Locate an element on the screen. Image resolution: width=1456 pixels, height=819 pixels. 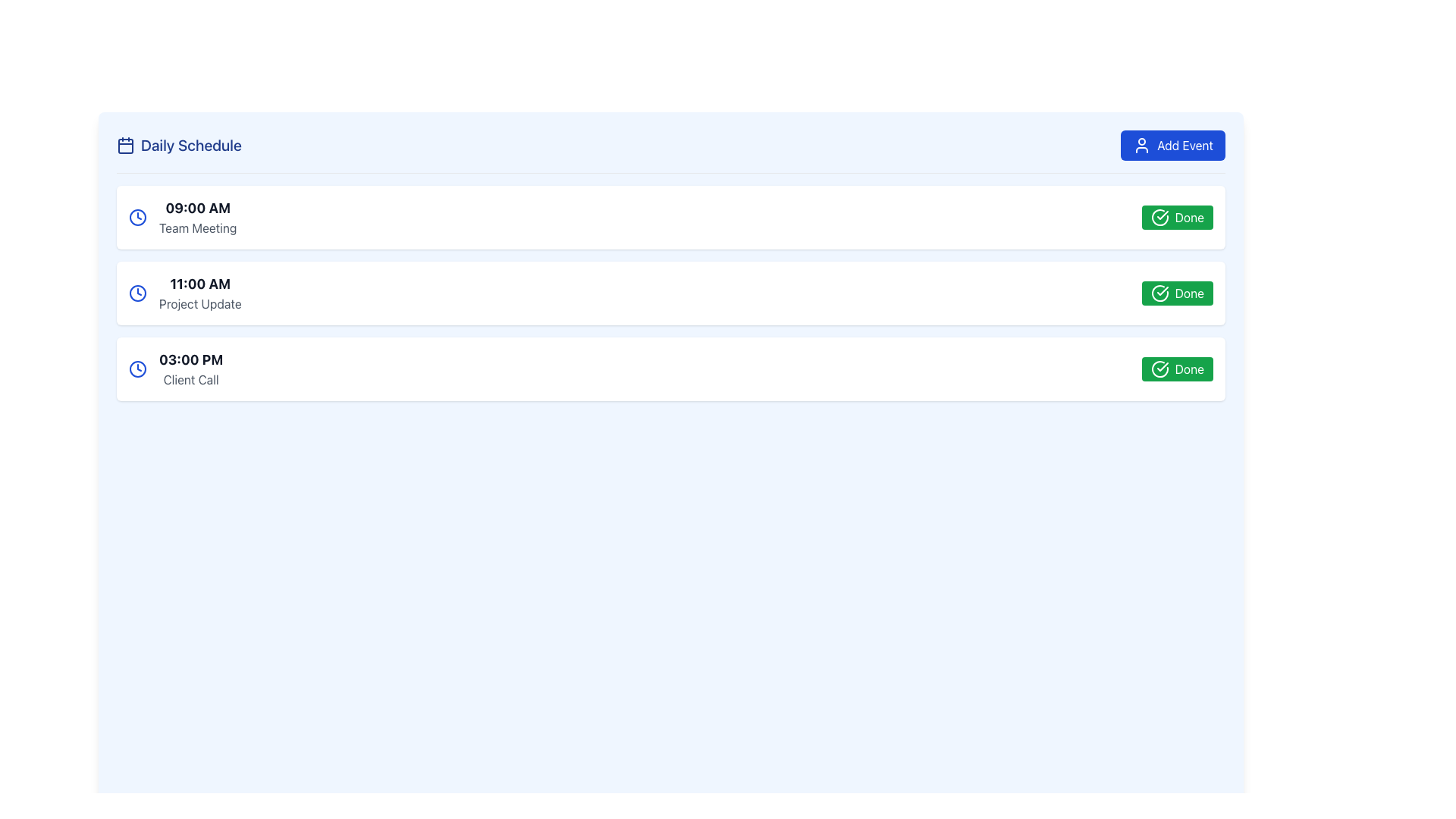
displayed information from the text block showing '03:00 PM' and 'Client Call', which is the third entry in the schedule list is located at coordinates (176, 369).